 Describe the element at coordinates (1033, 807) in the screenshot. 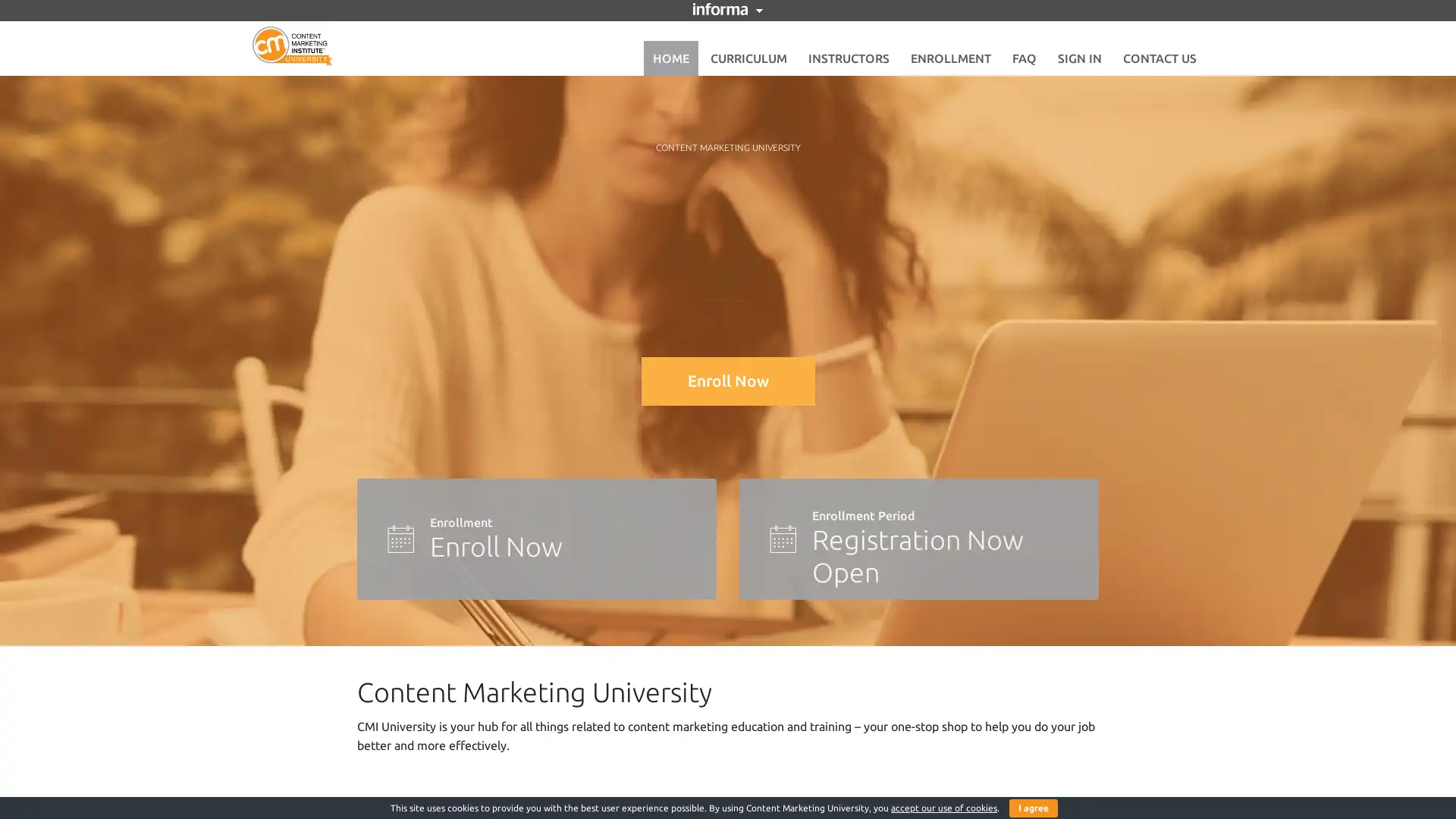

I see `I agree` at that location.